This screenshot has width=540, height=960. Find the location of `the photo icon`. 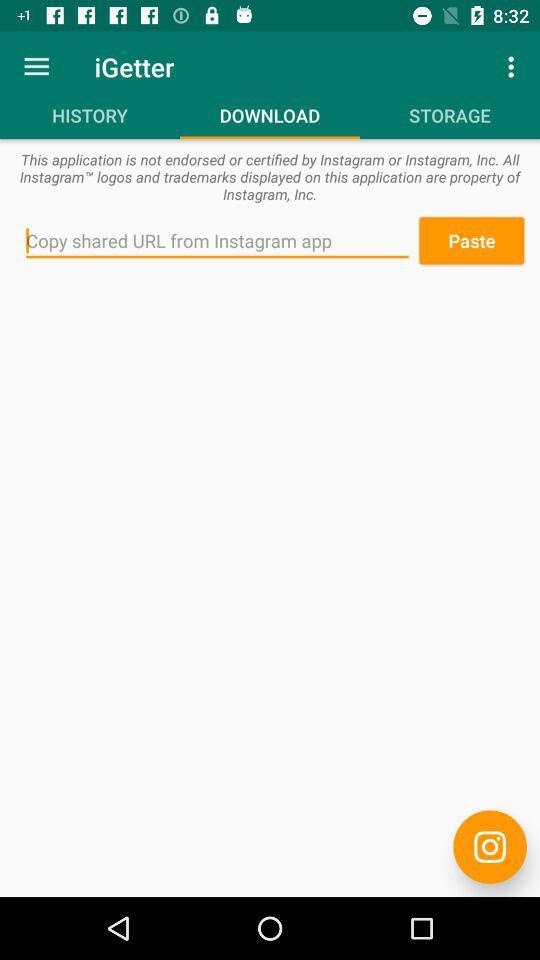

the photo icon is located at coordinates (489, 846).